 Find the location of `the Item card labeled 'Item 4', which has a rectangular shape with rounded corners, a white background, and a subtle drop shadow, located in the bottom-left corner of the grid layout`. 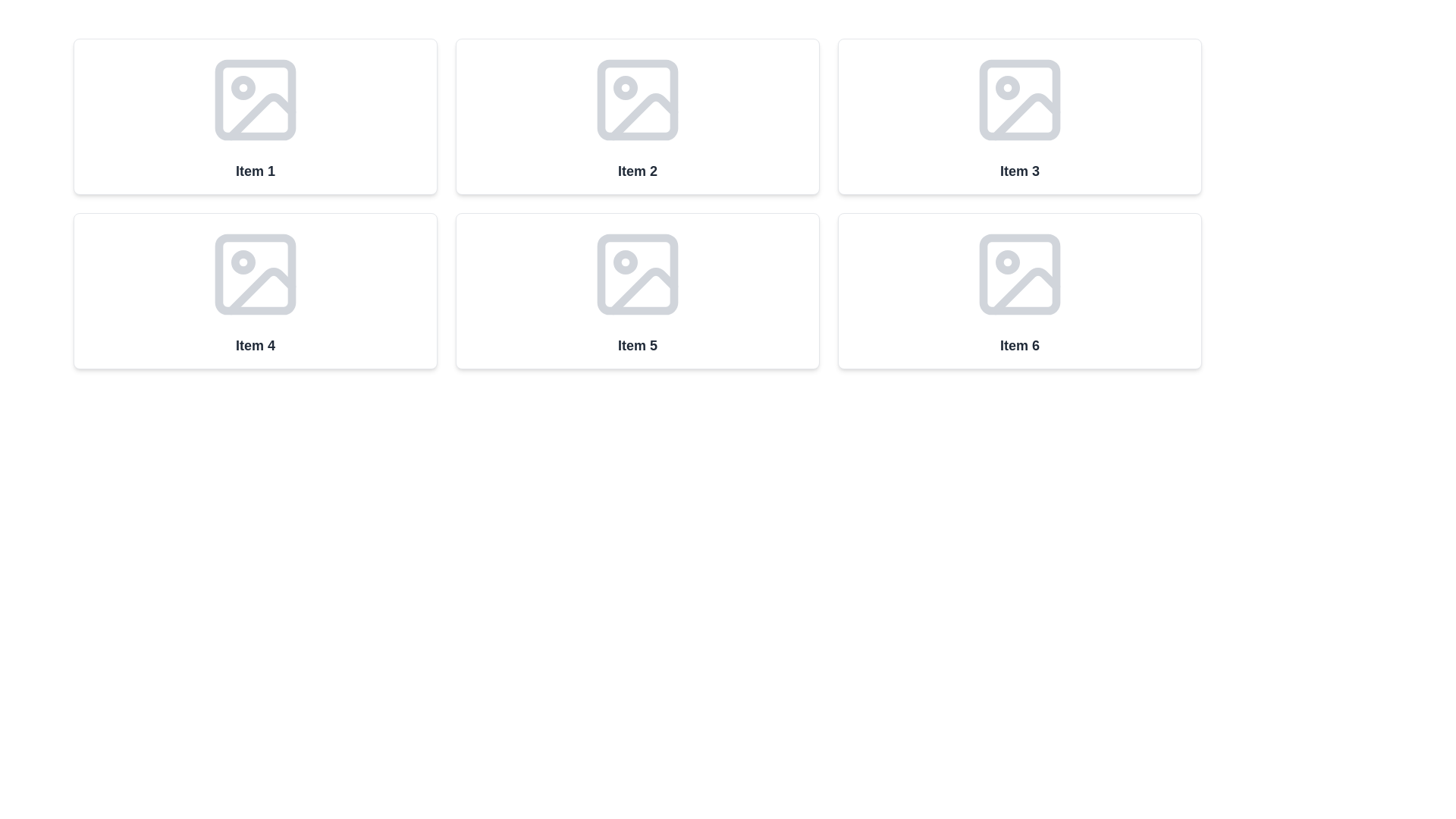

the Item card labeled 'Item 4', which has a rectangular shape with rounded corners, a white background, and a subtle drop shadow, located in the bottom-left corner of the grid layout is located at coordinates (255, 291).